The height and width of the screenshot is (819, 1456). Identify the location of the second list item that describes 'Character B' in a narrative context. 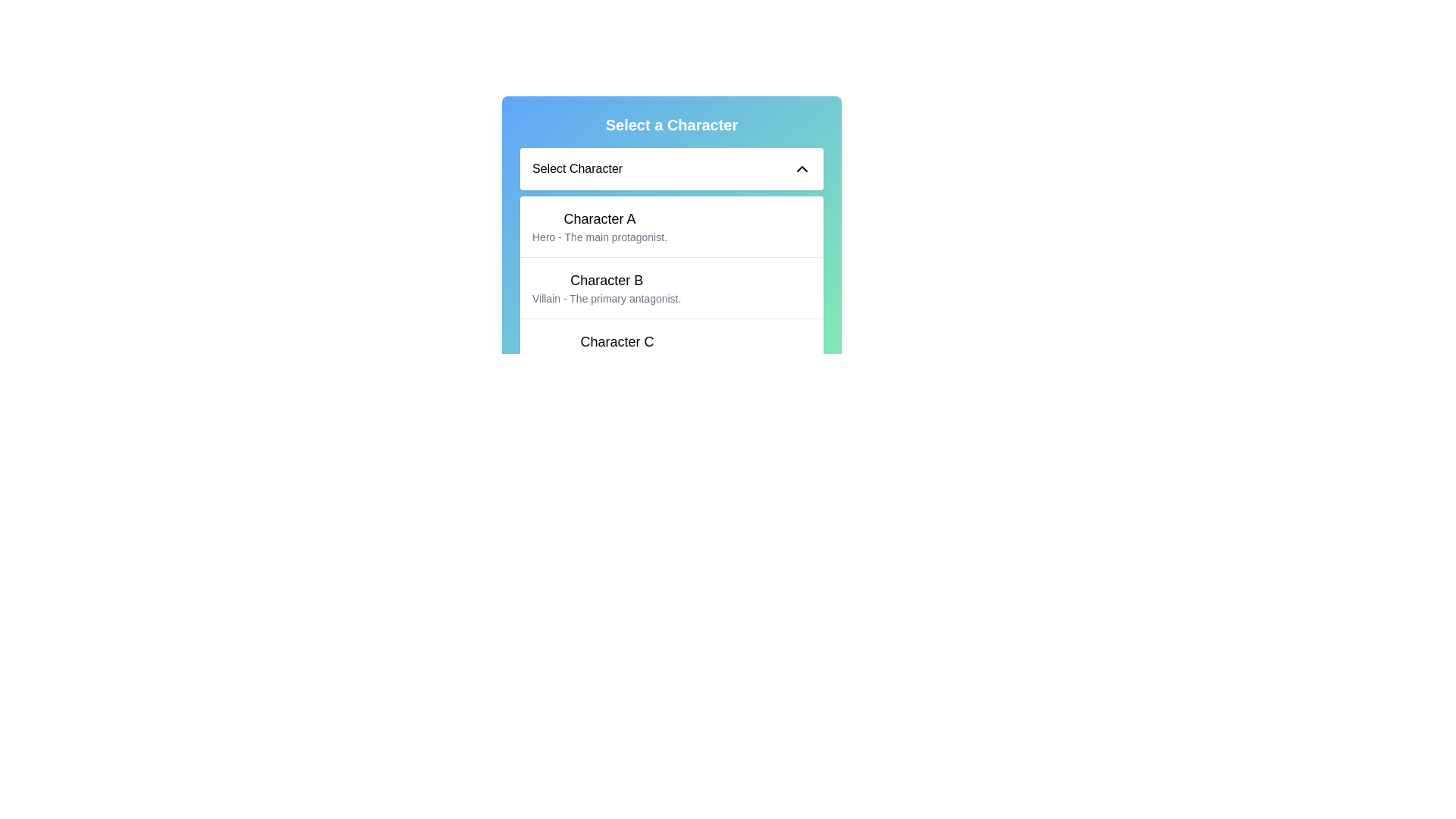
(671, 287).